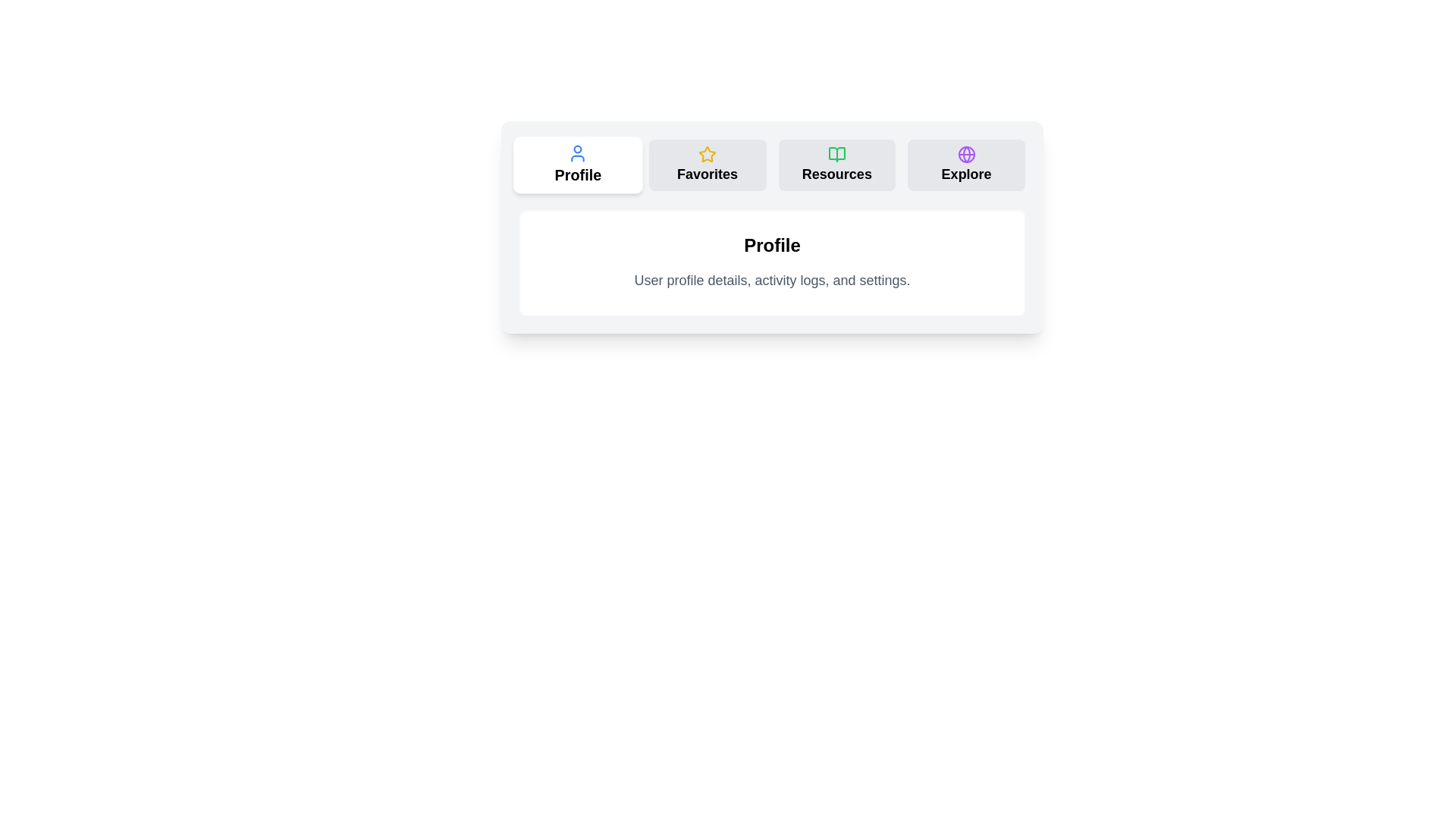  I want to click on the tab labeled Favorites, so click(707, 165).